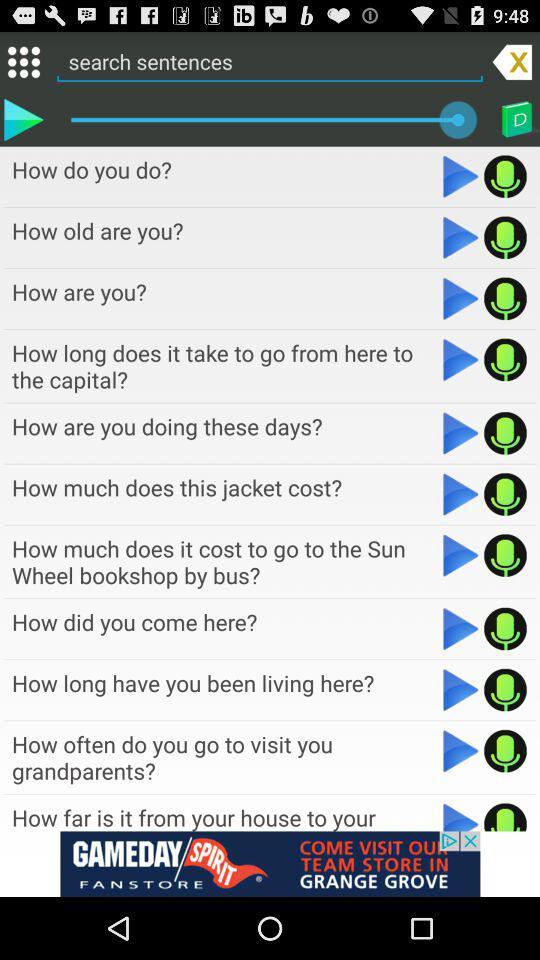 This screenshot has width=540, height=960. I want to click on record button, so click(504, 628).